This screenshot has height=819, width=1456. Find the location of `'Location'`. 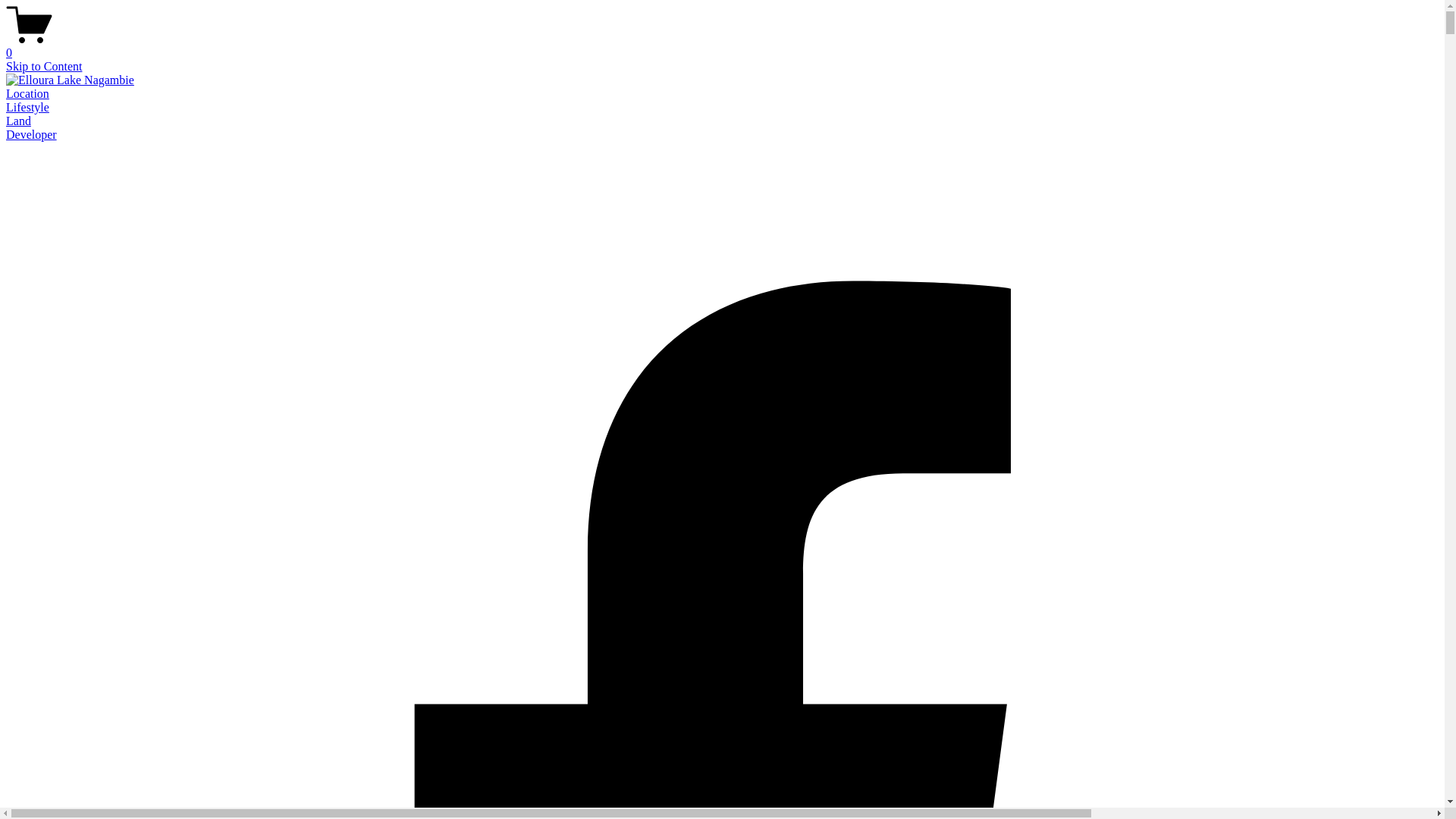

'Location' is located at coordinates (27, 93).